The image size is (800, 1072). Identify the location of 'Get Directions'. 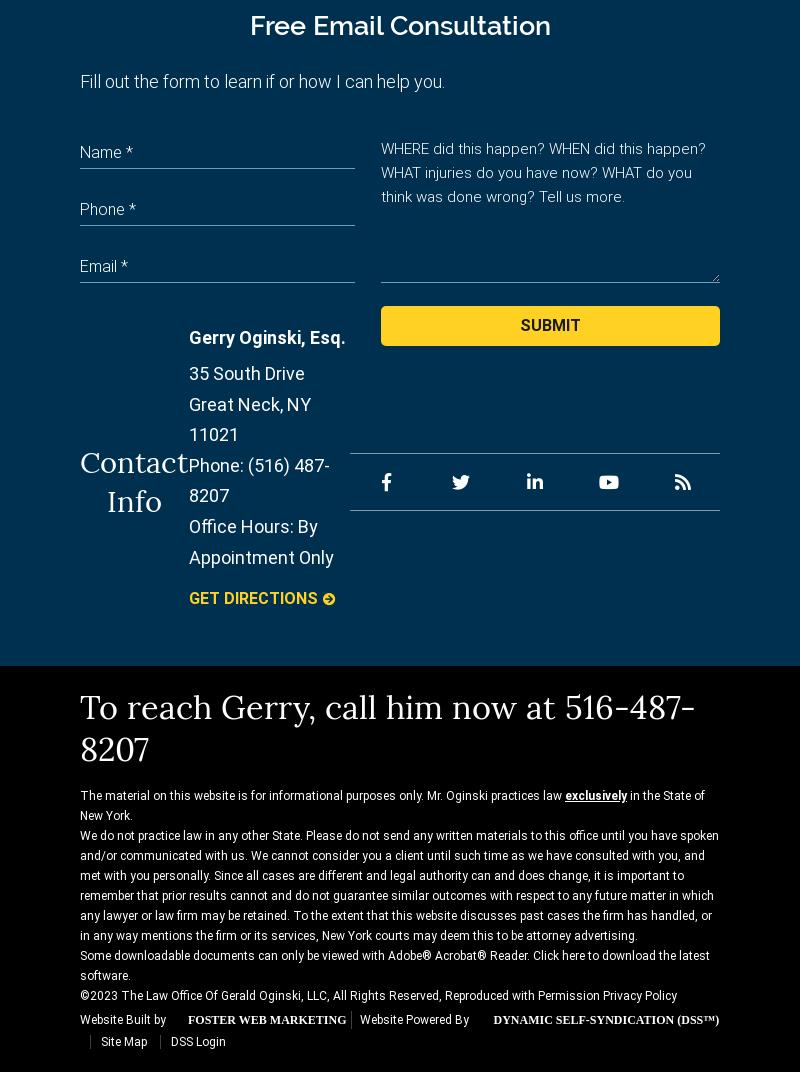
(187, 597).